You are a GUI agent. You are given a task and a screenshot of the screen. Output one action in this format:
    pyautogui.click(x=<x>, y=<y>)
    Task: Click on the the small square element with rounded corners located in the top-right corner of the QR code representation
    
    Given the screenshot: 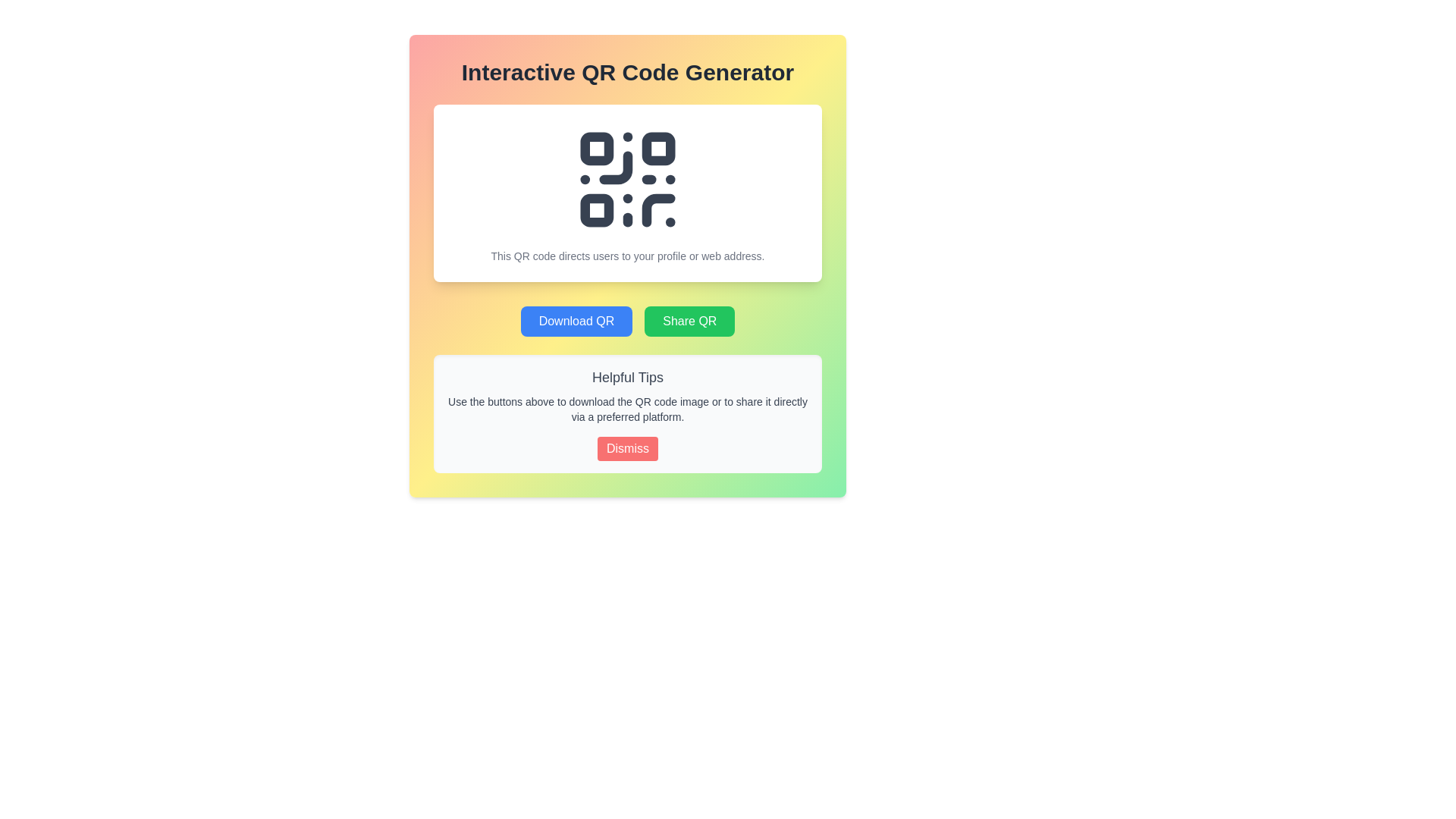 What is the action you would take?
    pyautogui.click(x=658, y=149)
    